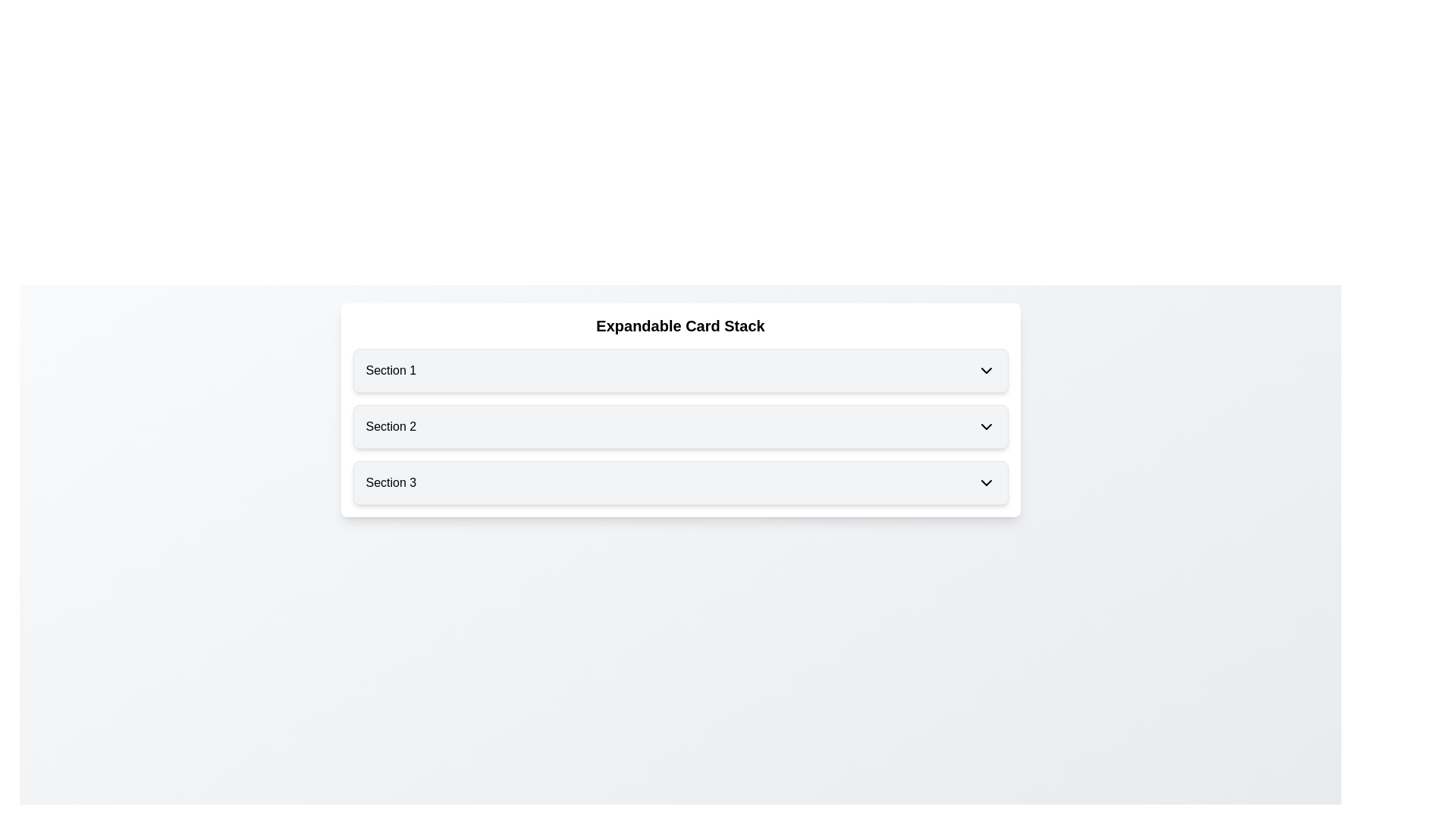 The height and width of the screenshot is (819, 1456). Describe the element at coordinates (986, 482) in the screenshot. I see `the downward-pointing chevron icon located at the far right of the 'Section 3'` at that location.